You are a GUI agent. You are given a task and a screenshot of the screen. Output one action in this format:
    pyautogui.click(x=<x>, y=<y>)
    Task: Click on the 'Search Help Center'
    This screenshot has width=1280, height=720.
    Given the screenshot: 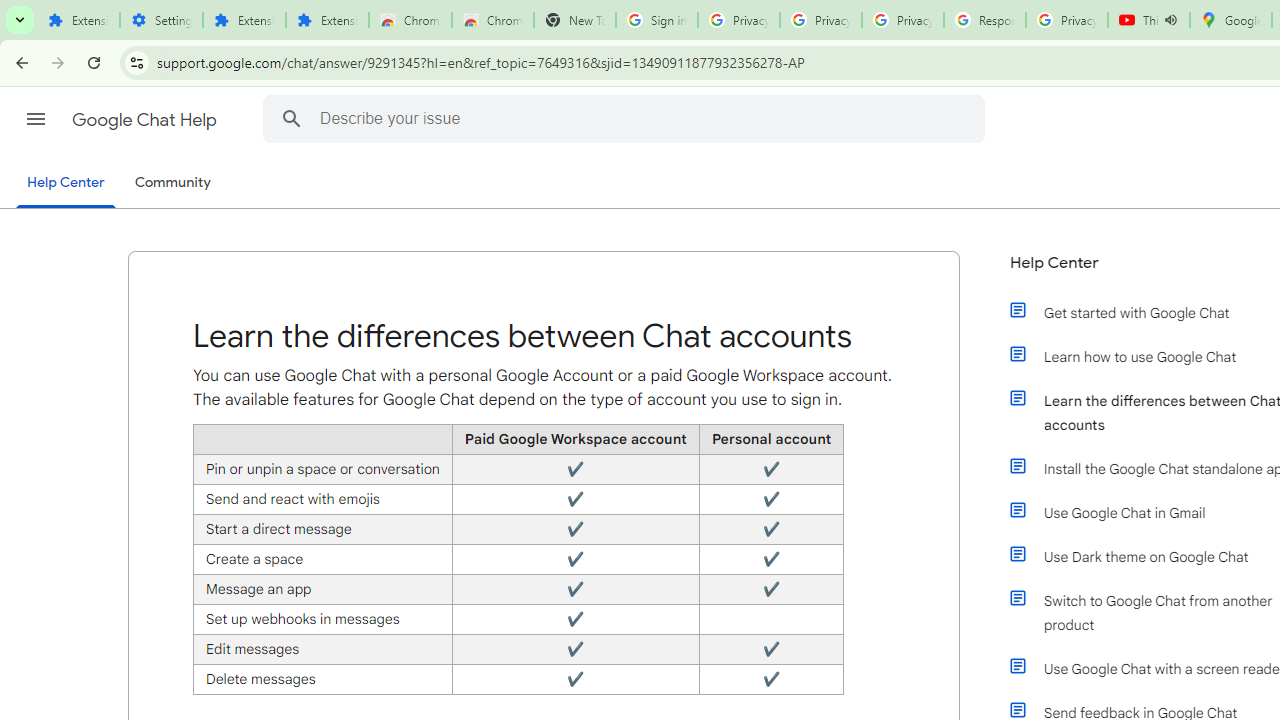 What is the action you would take?
    pyautogui.click(x=290, y=118)
    